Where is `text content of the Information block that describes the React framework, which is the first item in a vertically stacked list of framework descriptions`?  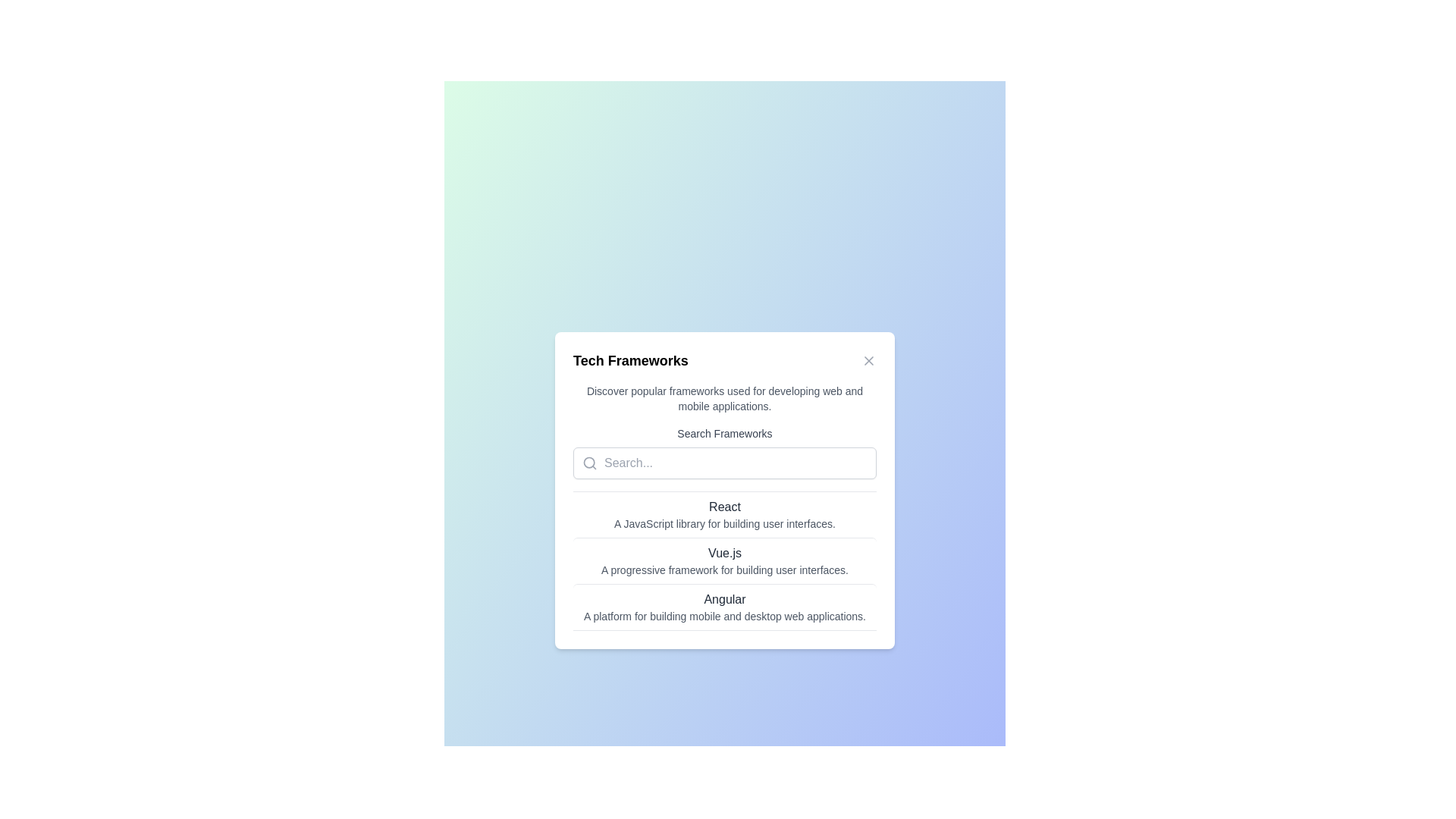
text content of the Information block that describes the React framework, which is the first item in a vertically stacked list of framework descriptions is located at coordinates (723, 513).